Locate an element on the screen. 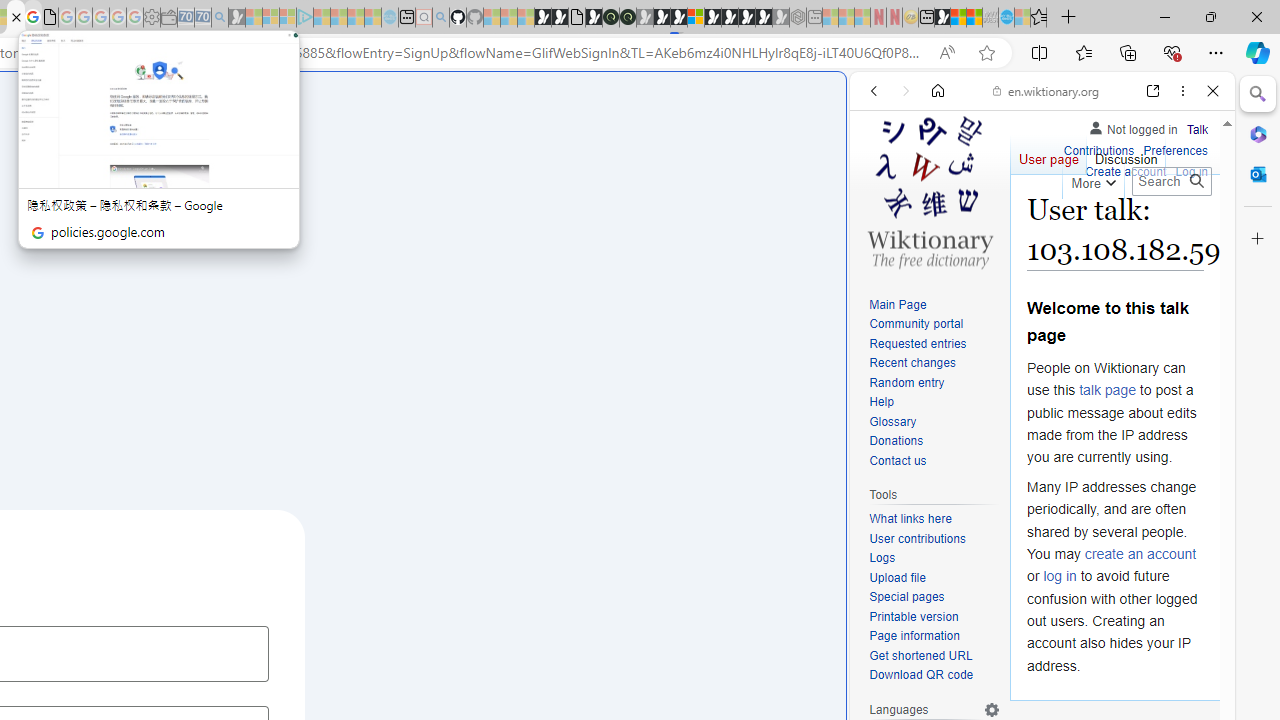  'Upload file' is located at coordinates (896, 577).